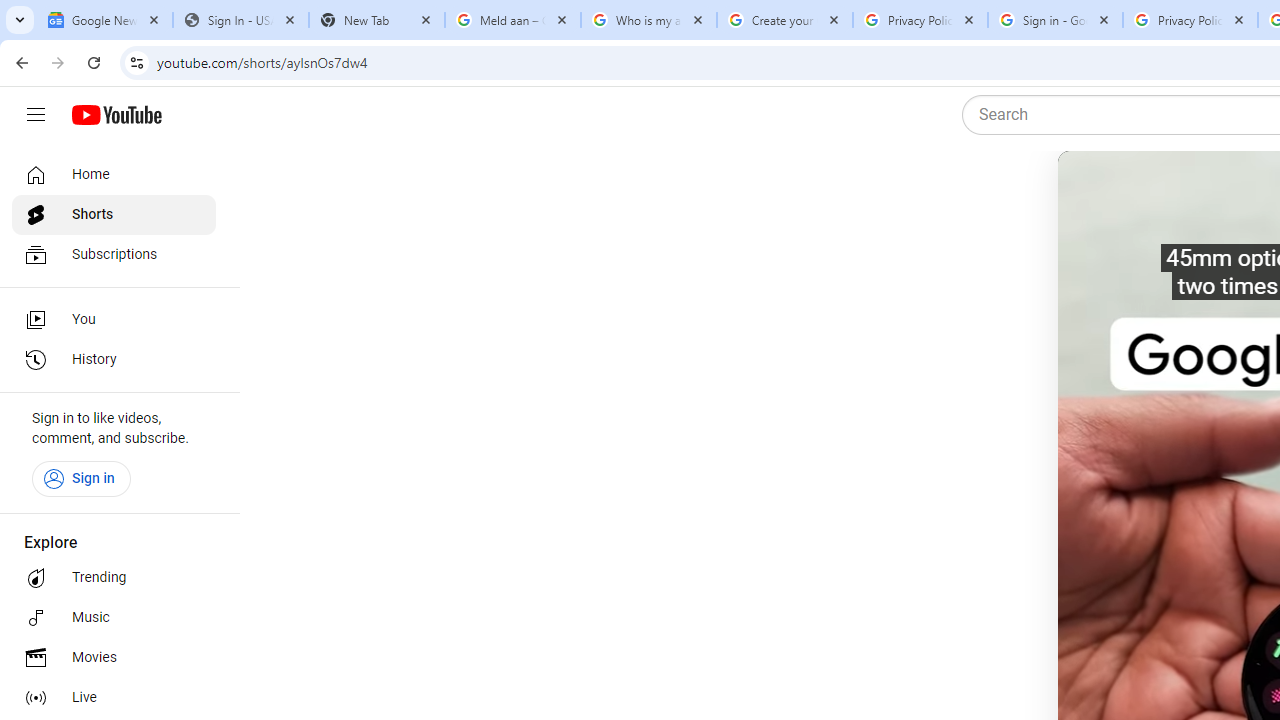 This screenshot has height=720, width=1280. Describe the element at coordinates (240, 20) in the screenshot. I see `'Sign In - USA TODAY'` at that location.